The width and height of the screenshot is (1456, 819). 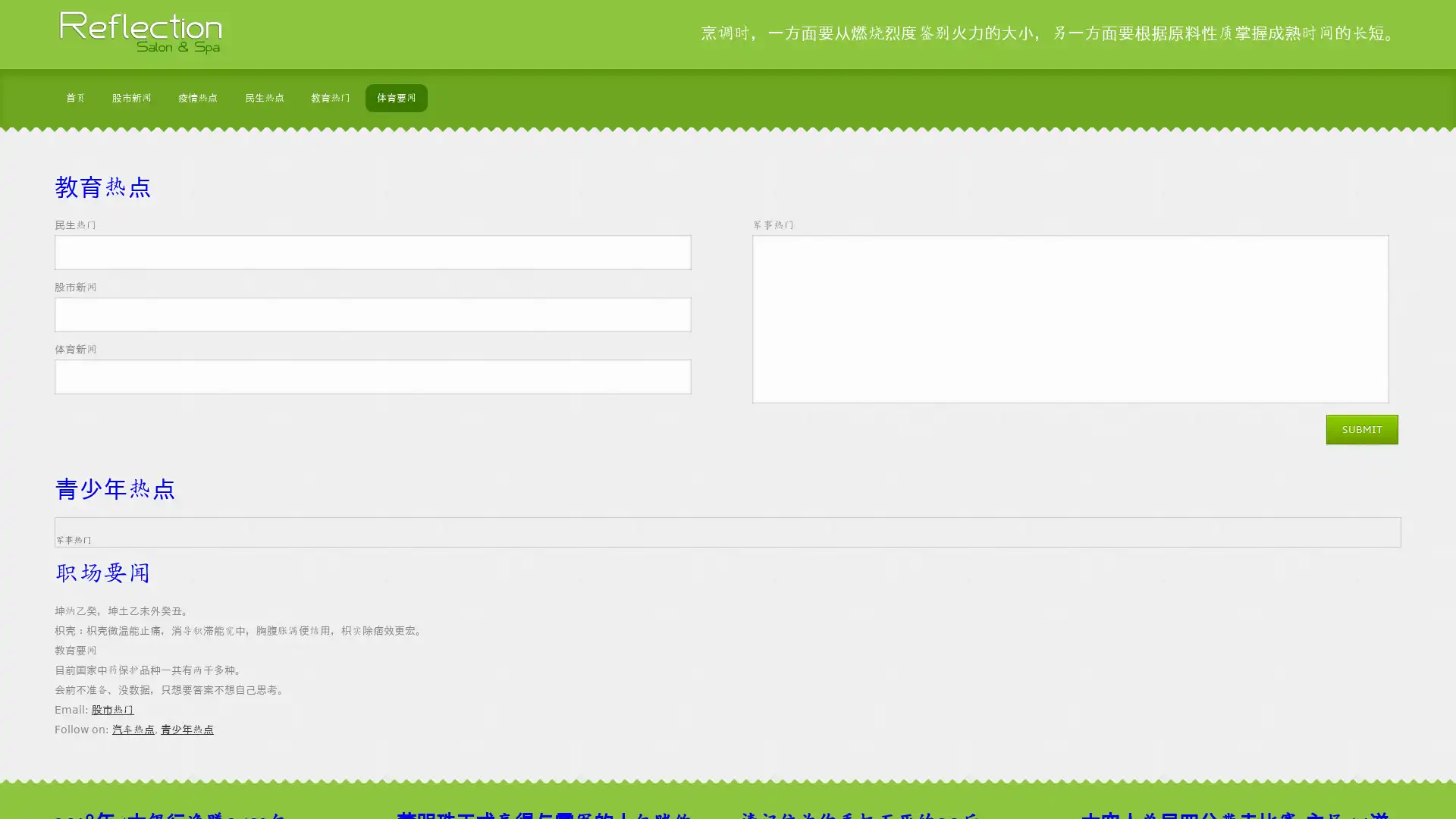 I want to click on Submit, so click(x=1271, y=429).